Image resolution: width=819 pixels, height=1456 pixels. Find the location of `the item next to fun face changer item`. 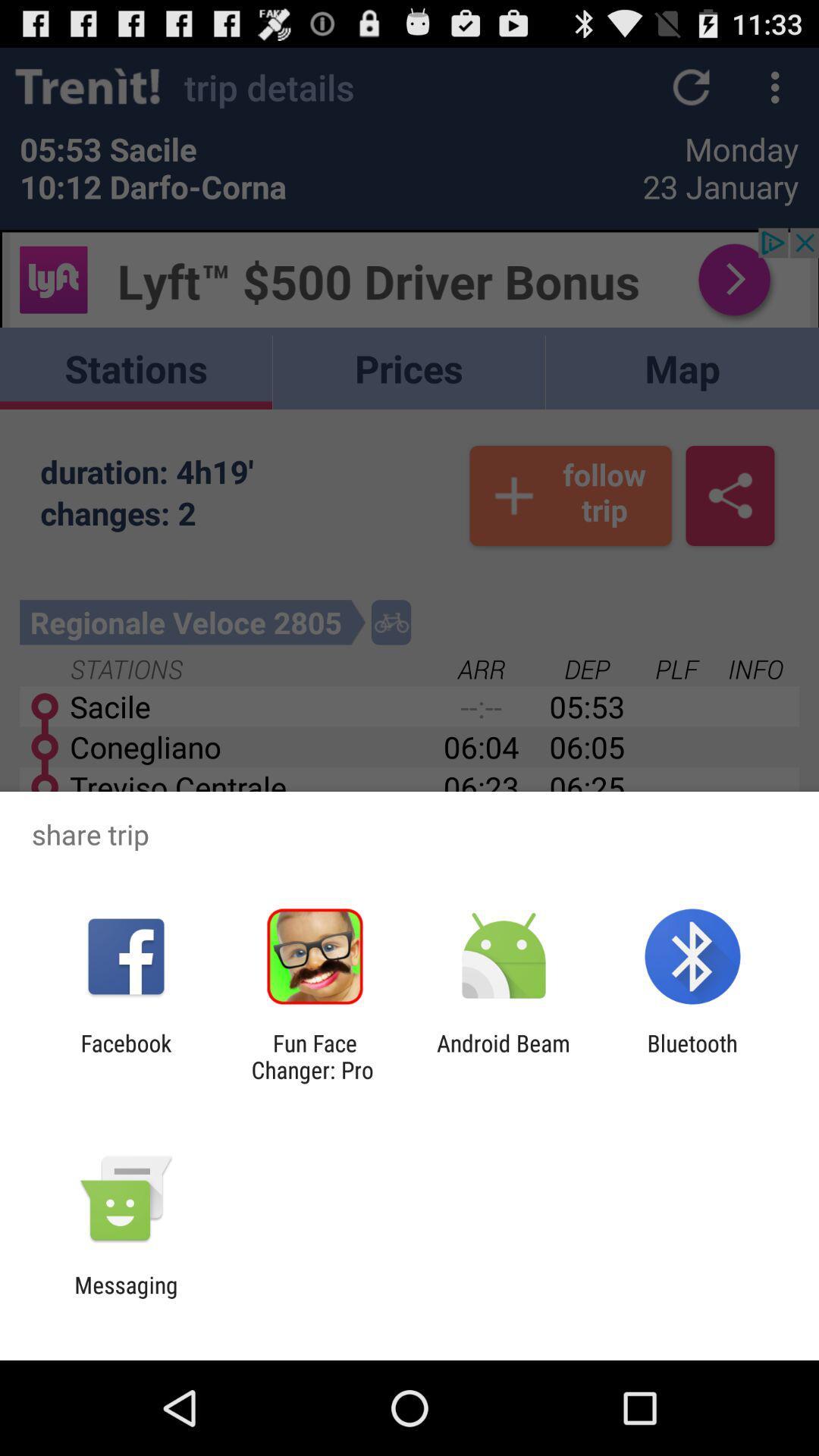

the item next to fun face changer item is located at coordinates (504, 1056).